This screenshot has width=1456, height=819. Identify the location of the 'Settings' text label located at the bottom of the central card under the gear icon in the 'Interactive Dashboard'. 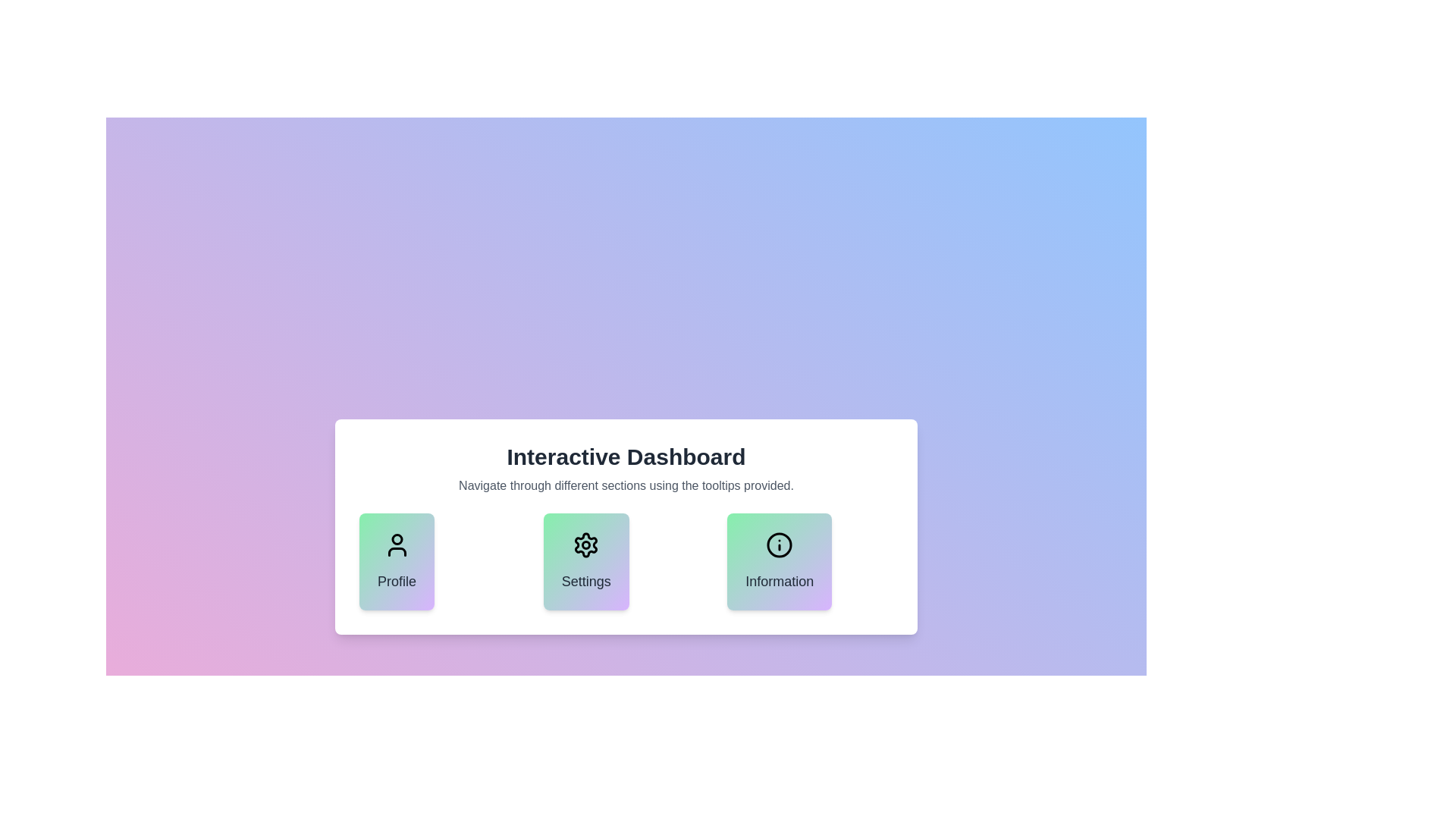
(585, 581).